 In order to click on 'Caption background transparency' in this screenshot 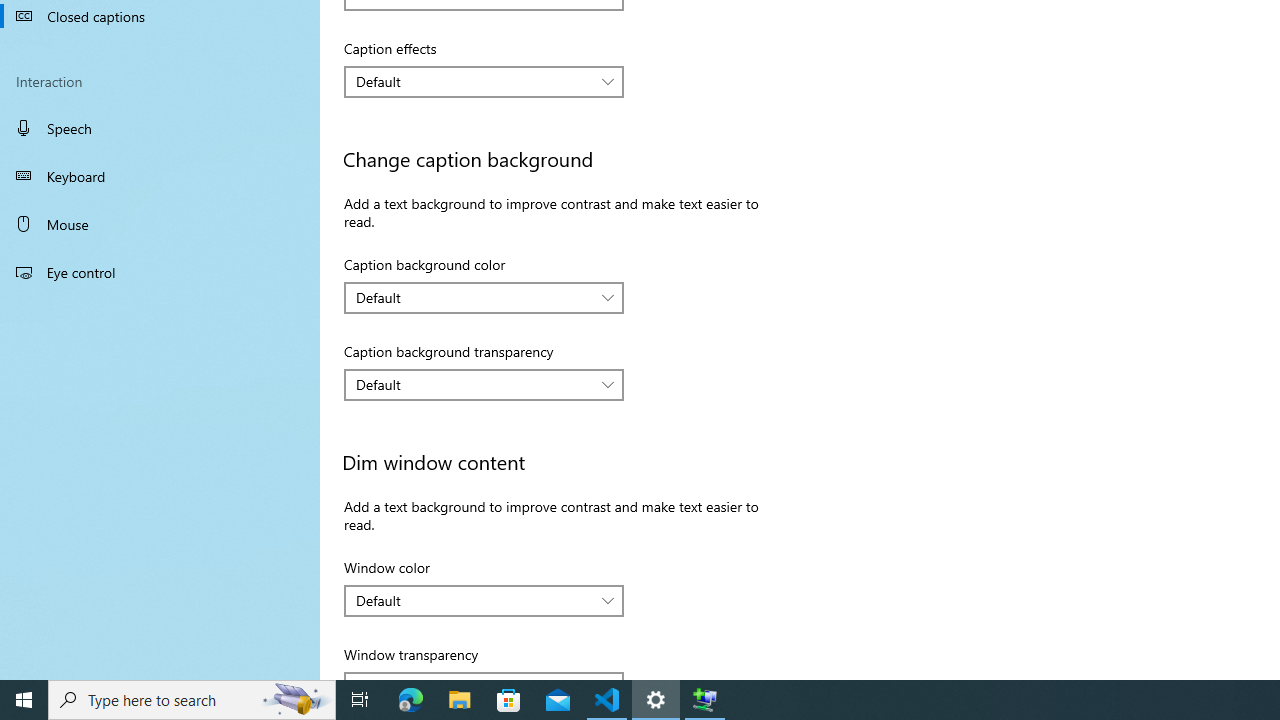, I will do `click(484, 384)`.